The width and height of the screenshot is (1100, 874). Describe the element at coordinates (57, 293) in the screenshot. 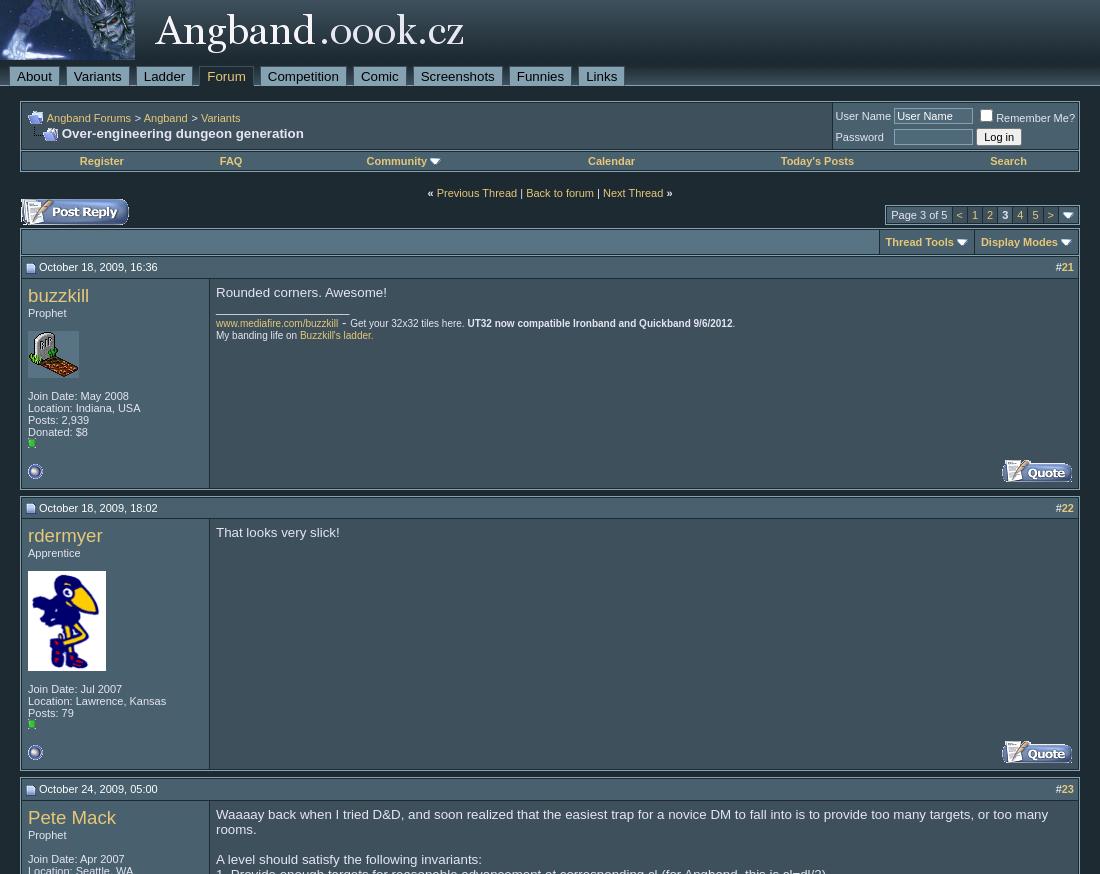

I see `'buzzkill'` at that location.